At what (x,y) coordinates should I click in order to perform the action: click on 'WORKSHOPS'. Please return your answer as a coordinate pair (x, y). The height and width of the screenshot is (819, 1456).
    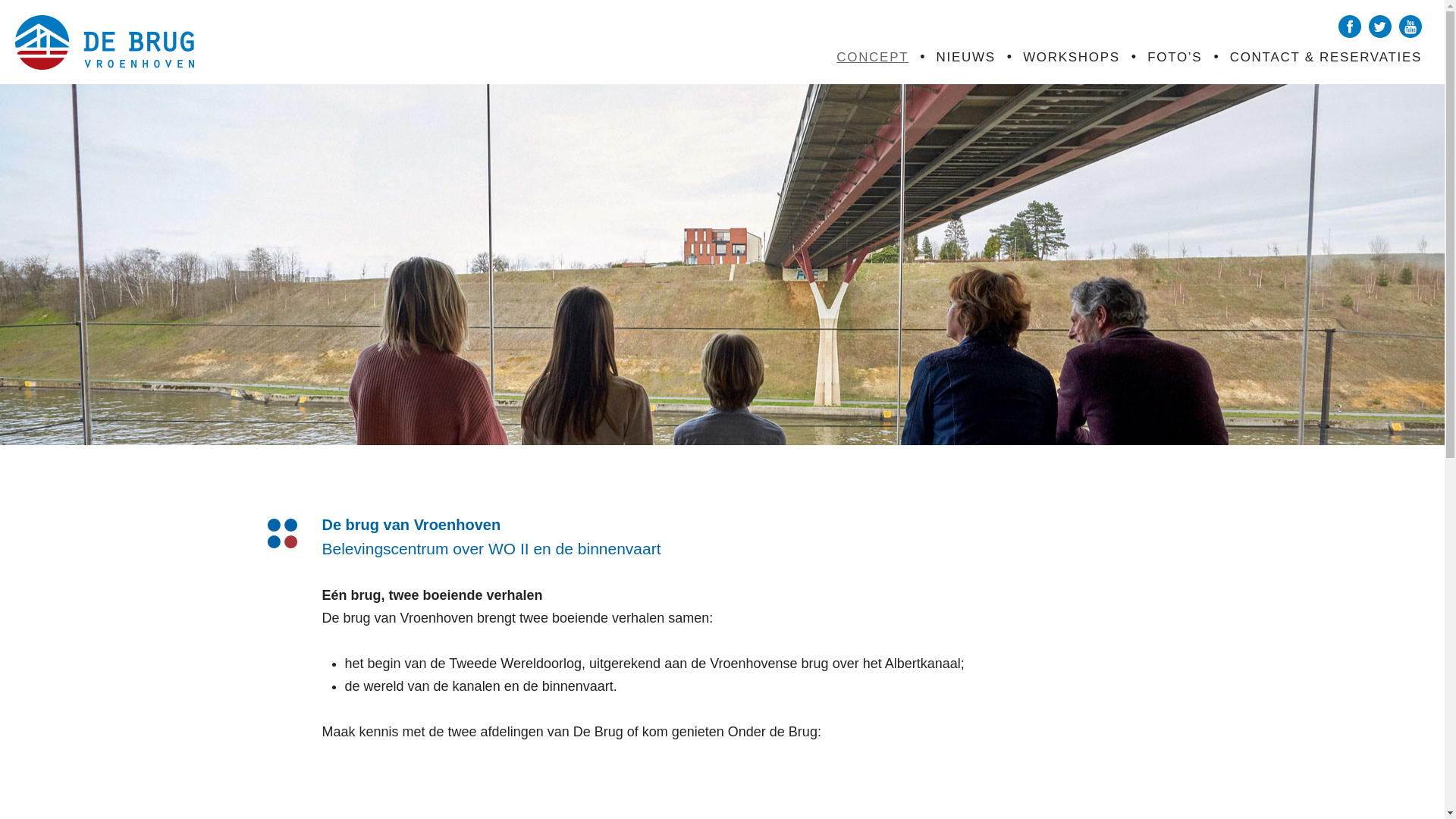
    Looking at the image, I should click on (1022, 56).